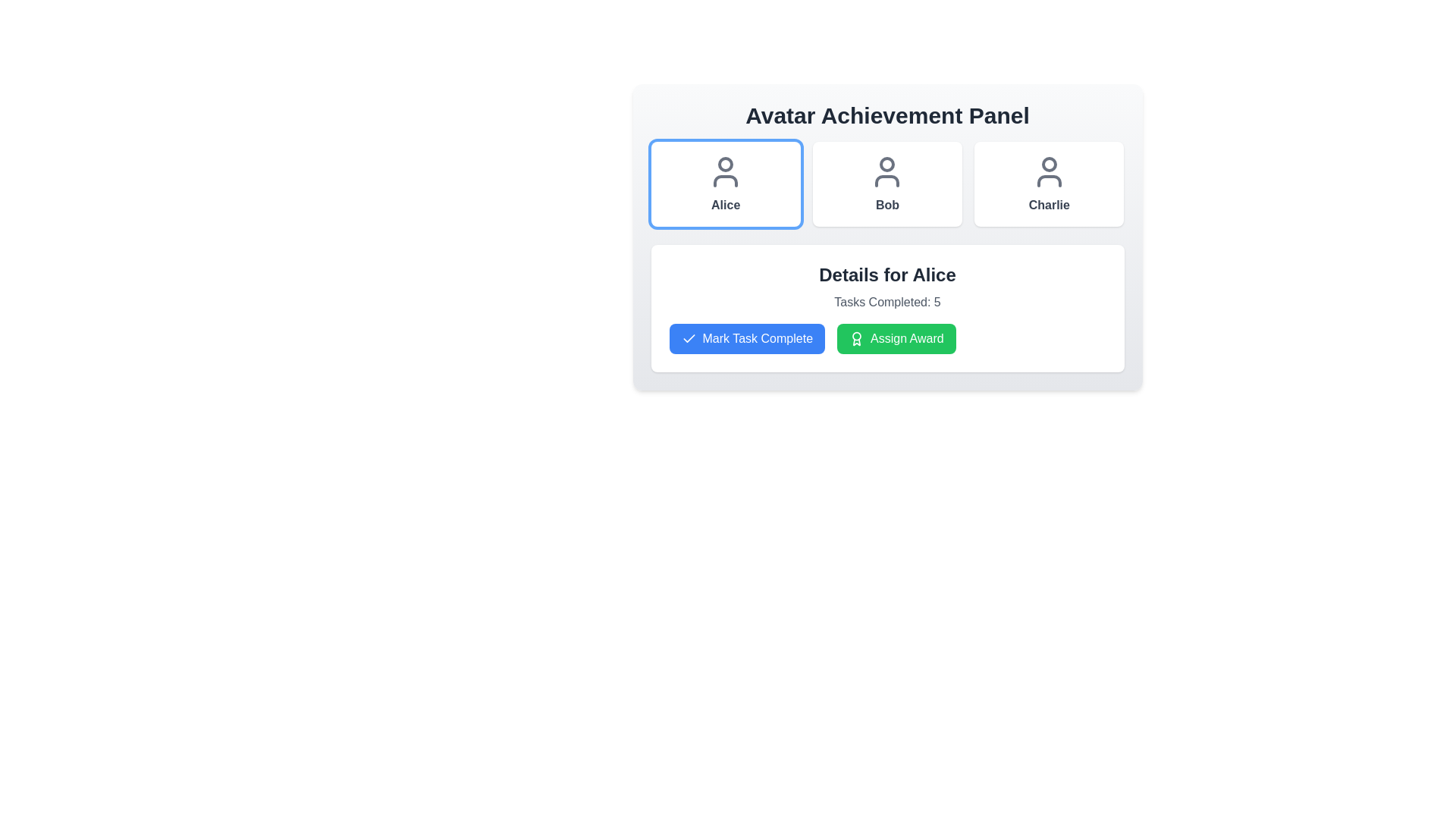 The width and height of the screenshot is (1456, 819). Describe the element at coordinates (887, 184) in the screenshot. I see `the user card representing 'Bob', which is the second card in a row of three cards, located between 'Alice' and 'Charlie'` at that location.